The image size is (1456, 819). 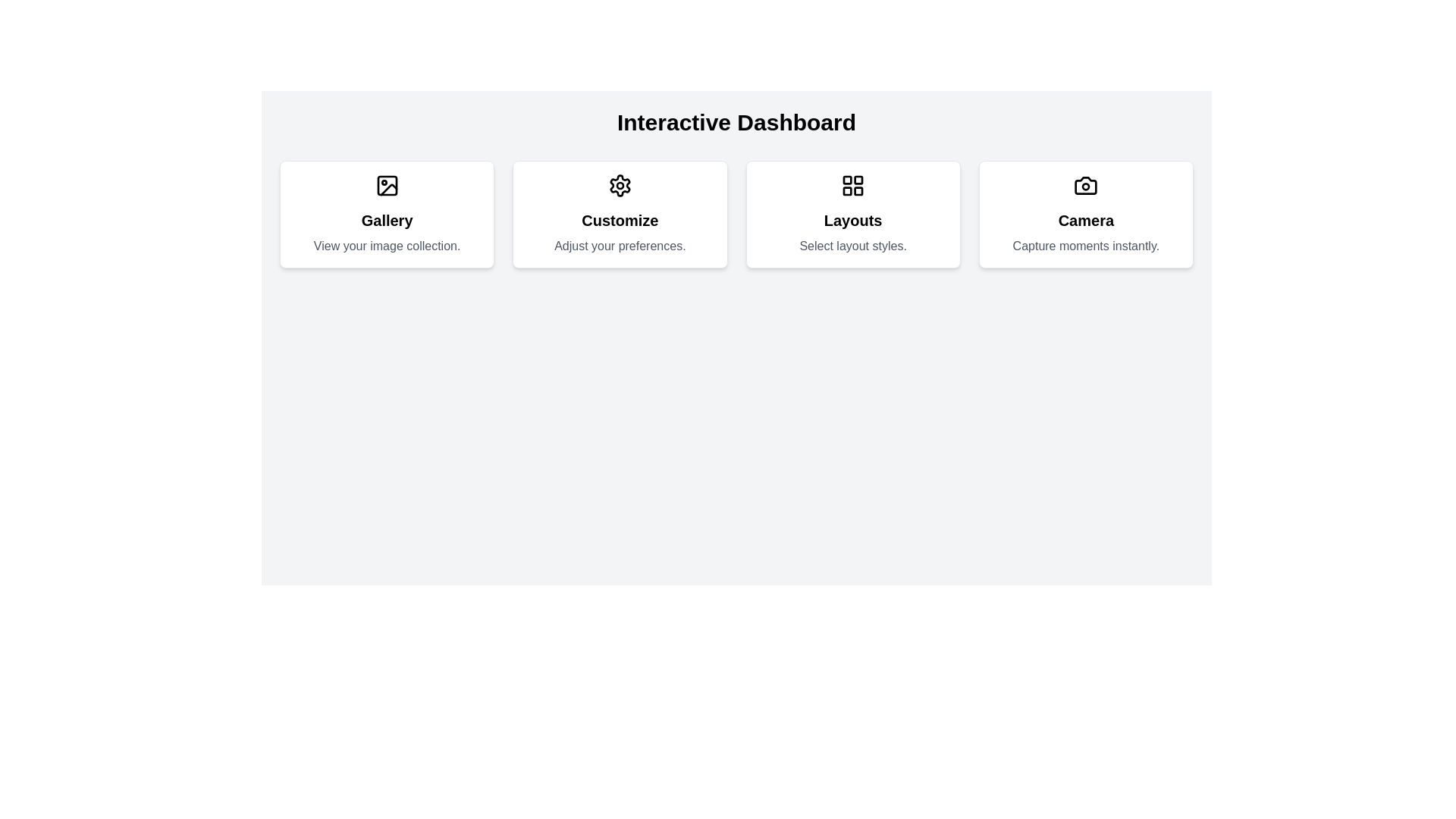 What do you see at coordinates (853, 220) in the screenshot?
I see `the bold text label reading 'Layouts', which is centrally positioned within the third box from the left in a row of four interactive boxes` at bounding box center [853, 220].